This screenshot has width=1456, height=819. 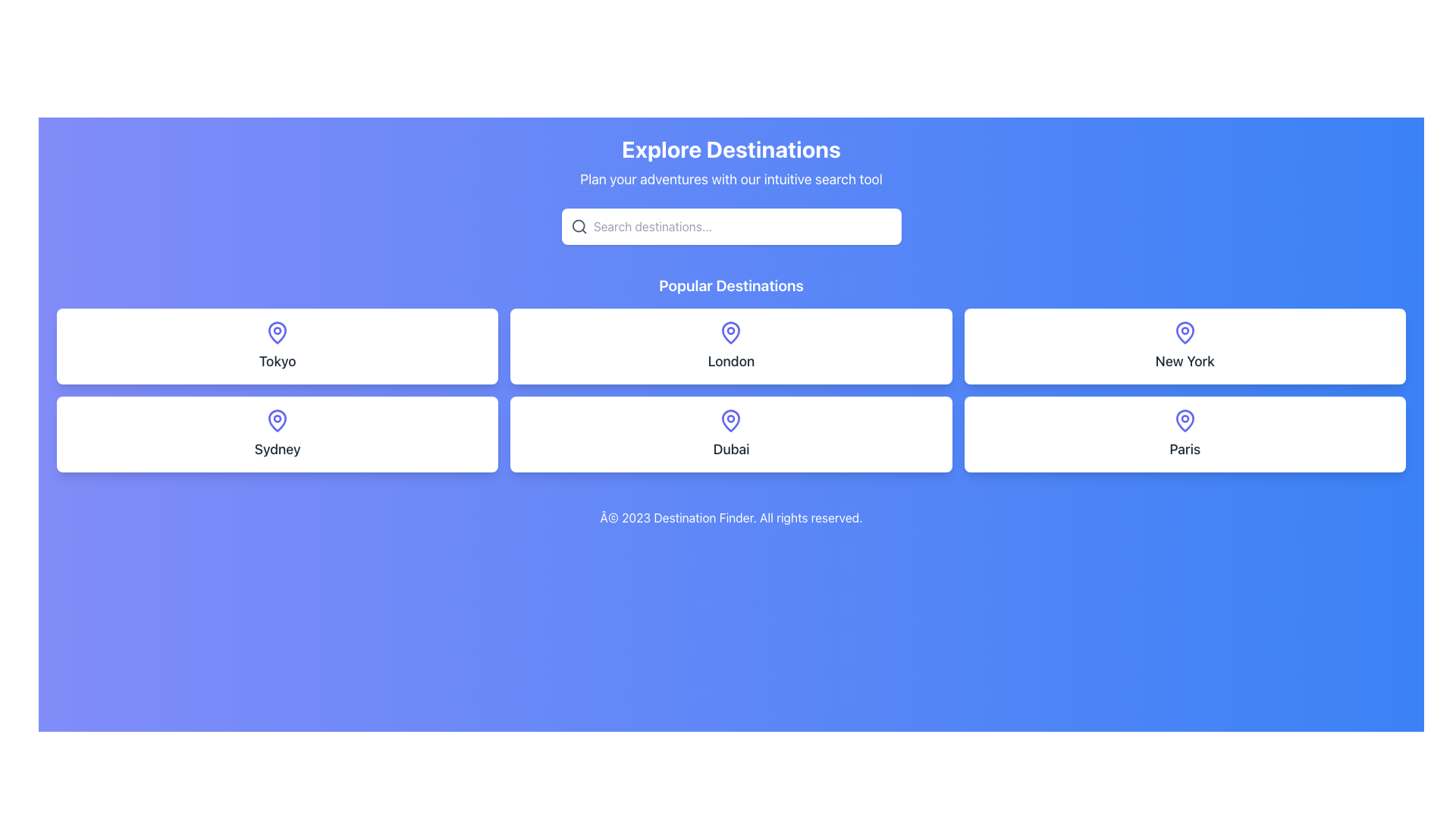 What do you see at coordinates (731, 421) in the screenshot?
I see `the icon representing the city 'Dubai' located at the top center of the card` at bounding box center [731, 421].